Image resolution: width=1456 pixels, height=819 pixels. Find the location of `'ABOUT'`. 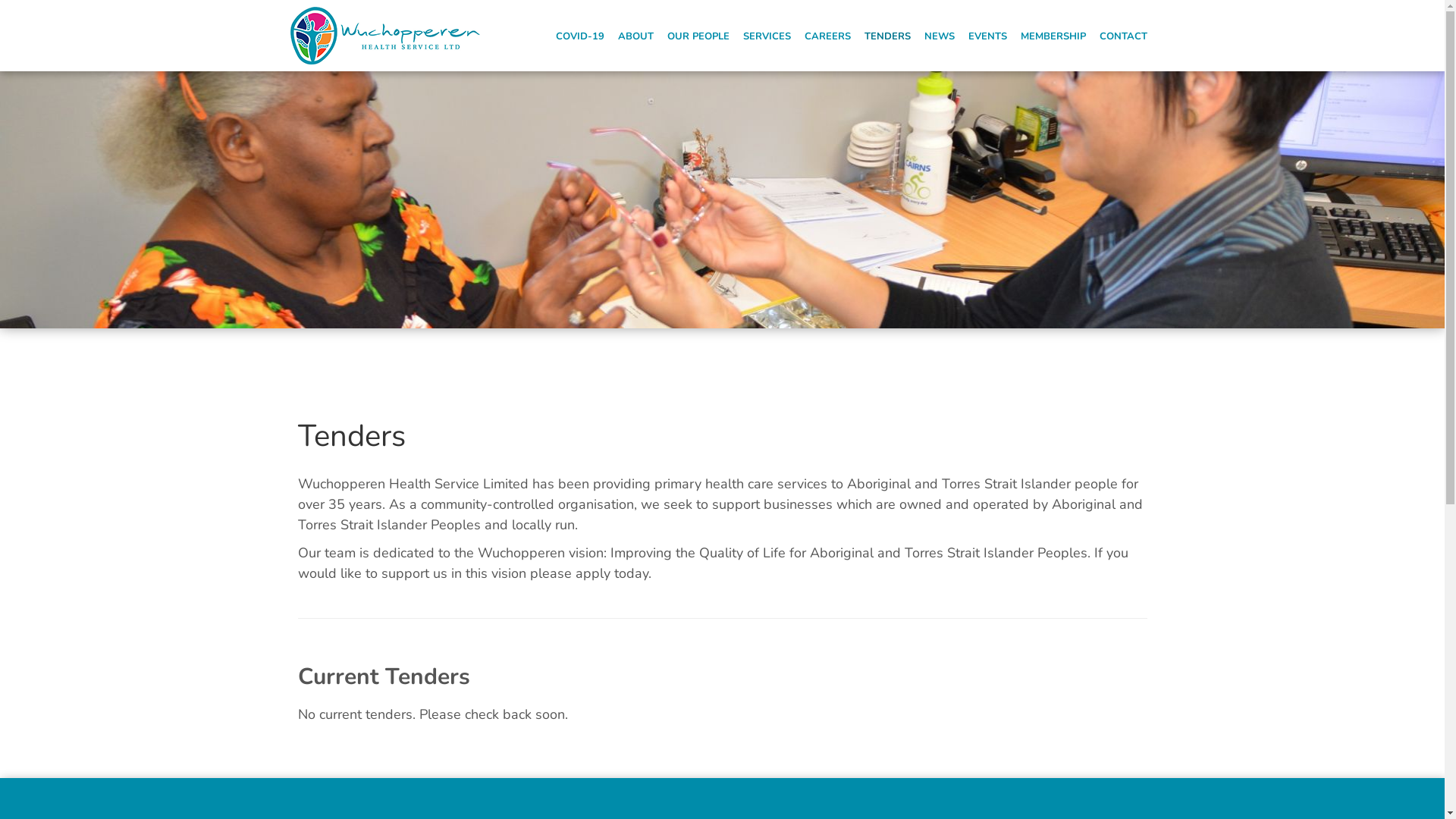

'ABOUT' is located at coordinates (635, 35).